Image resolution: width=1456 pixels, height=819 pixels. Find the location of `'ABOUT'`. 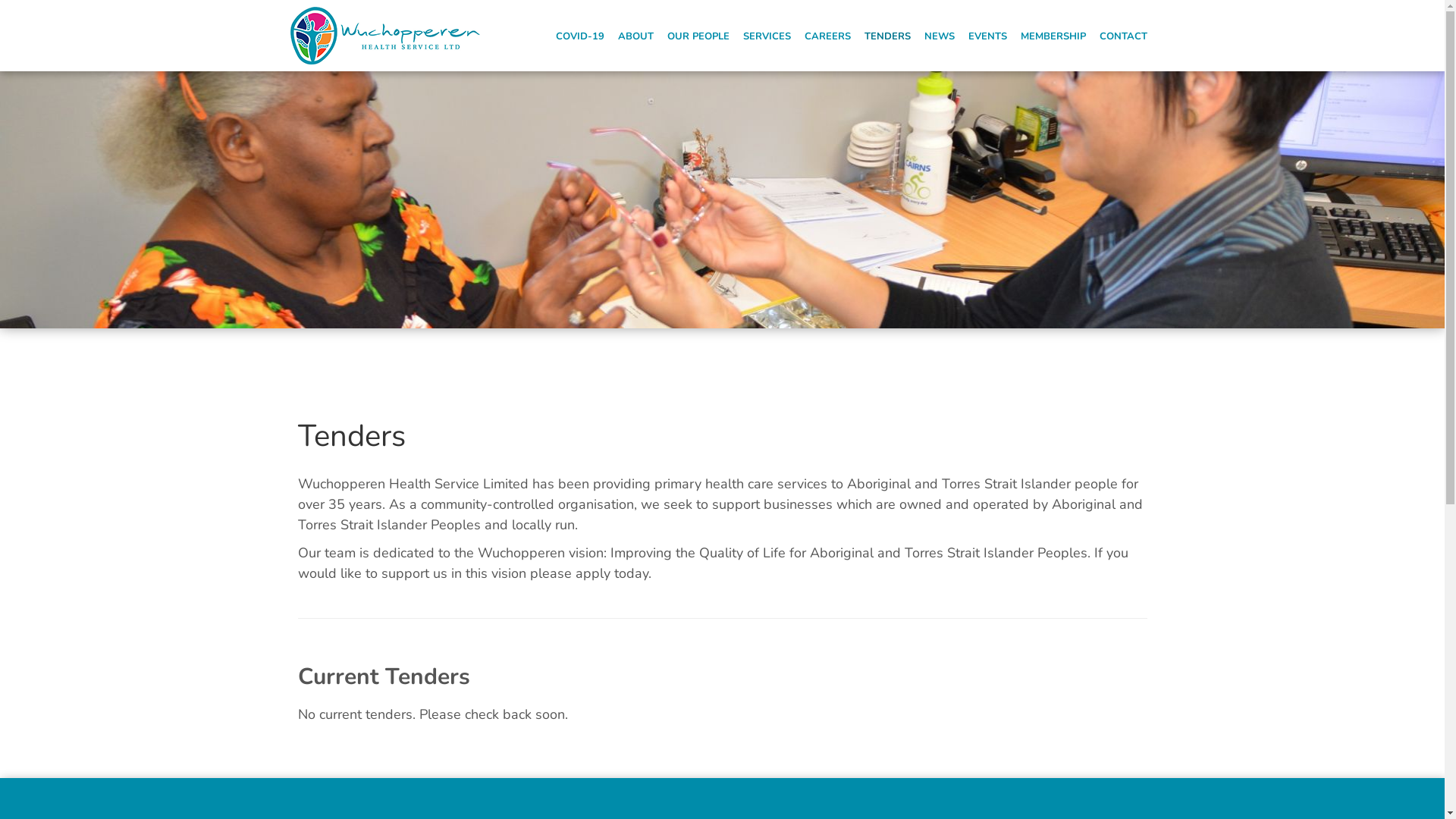

'ABOUT' is located at coordinates (635, 35).